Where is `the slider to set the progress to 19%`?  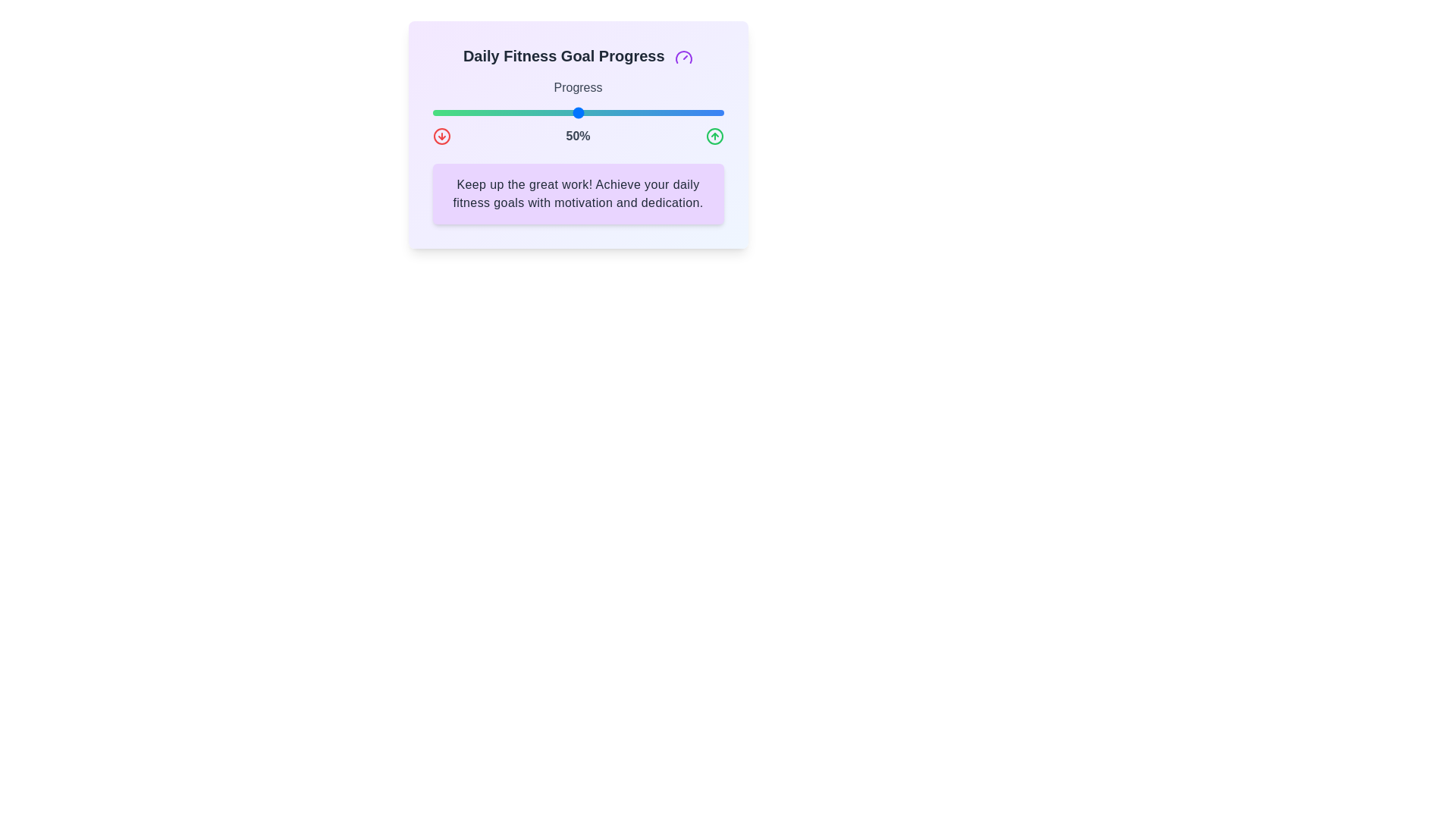 the slider to set the progress to 19% is located at coordinates (488, 112).